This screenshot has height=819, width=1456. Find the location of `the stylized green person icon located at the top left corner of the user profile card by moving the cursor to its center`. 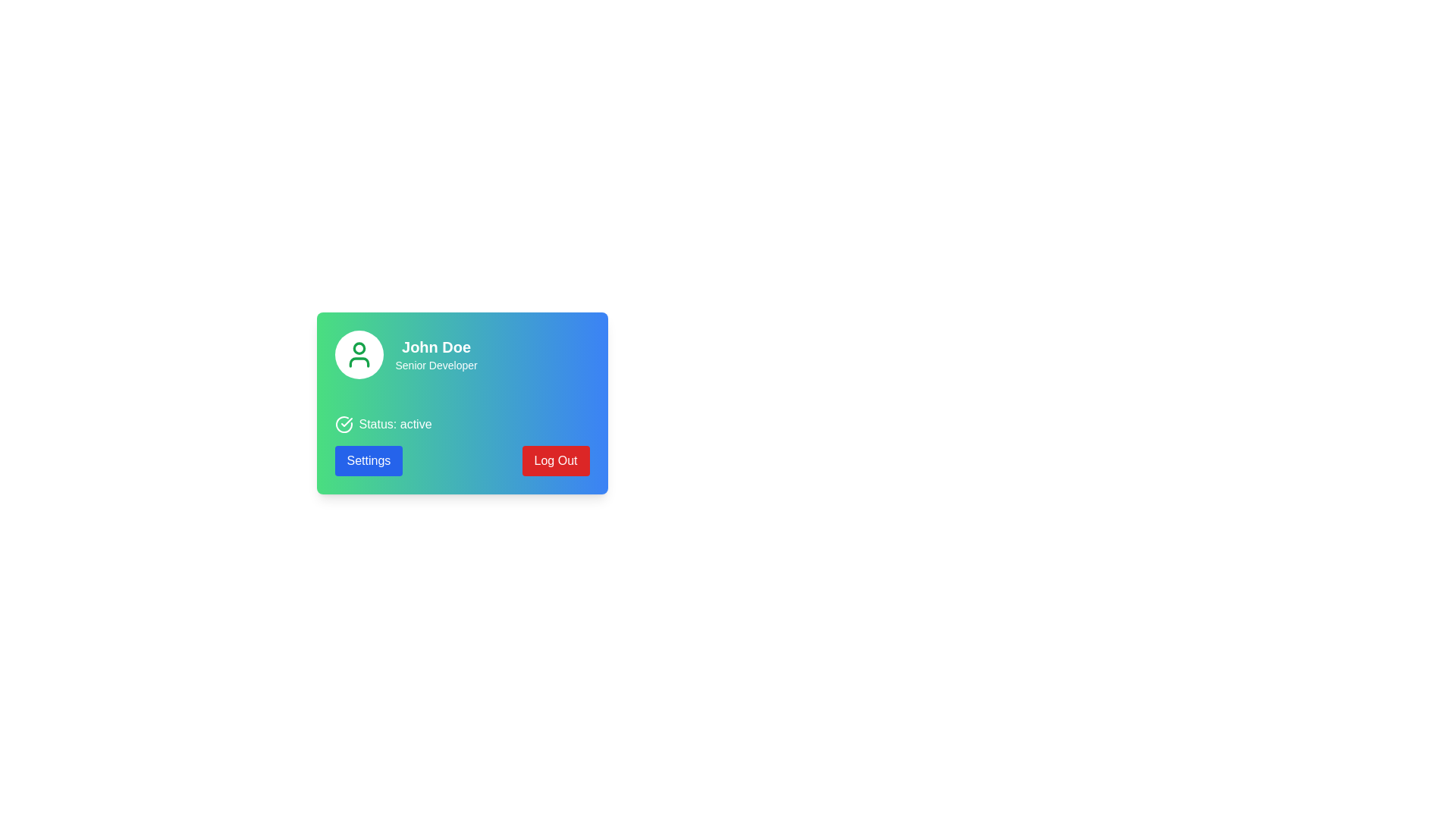

the stylized green person icon located at the top left corner of the user profile card by moving the cursor to its center is located at coordinates (358, 354).